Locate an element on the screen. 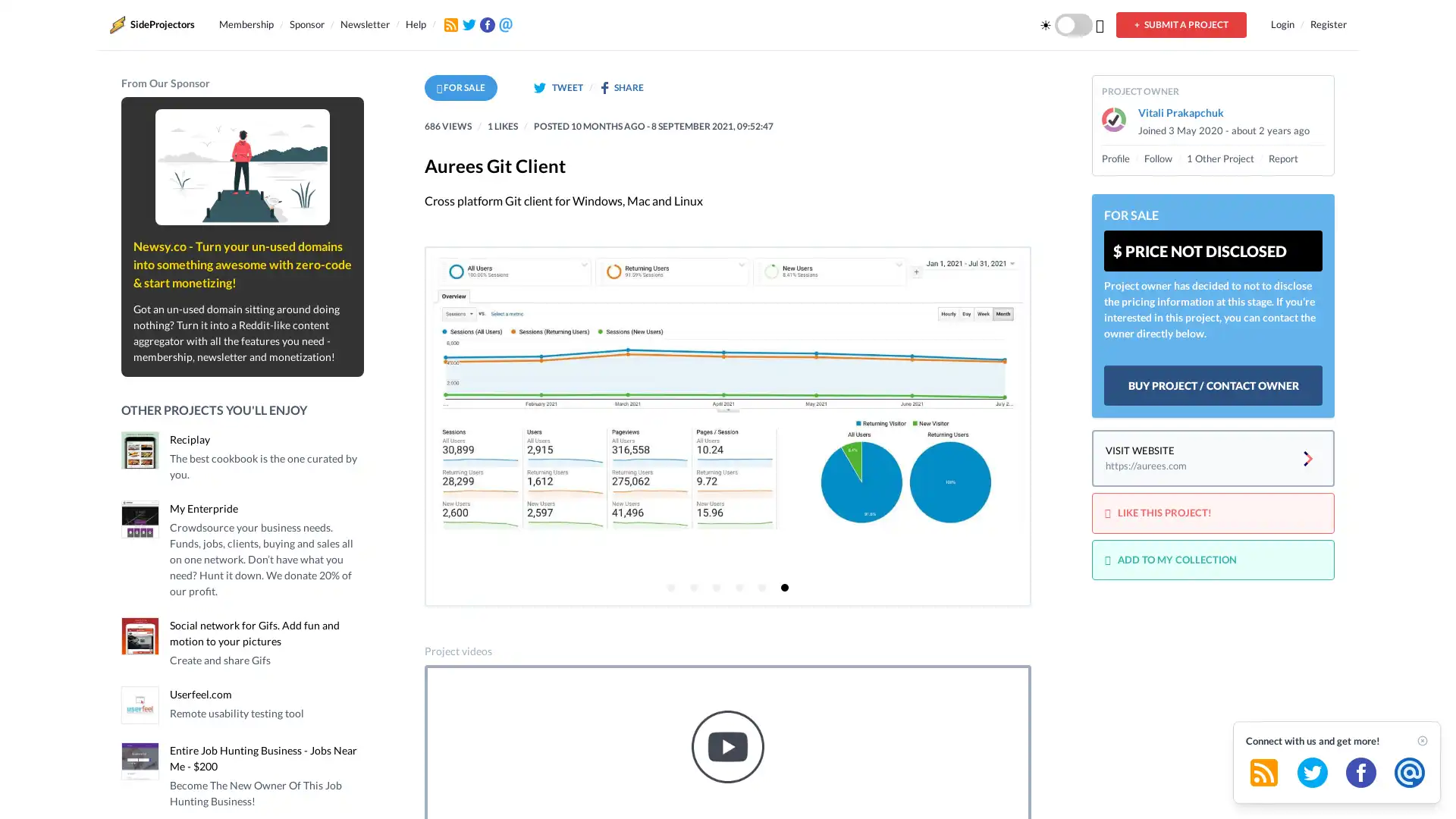 The image size is (1456, 819). Previous page is located at coordinates (425, 426).